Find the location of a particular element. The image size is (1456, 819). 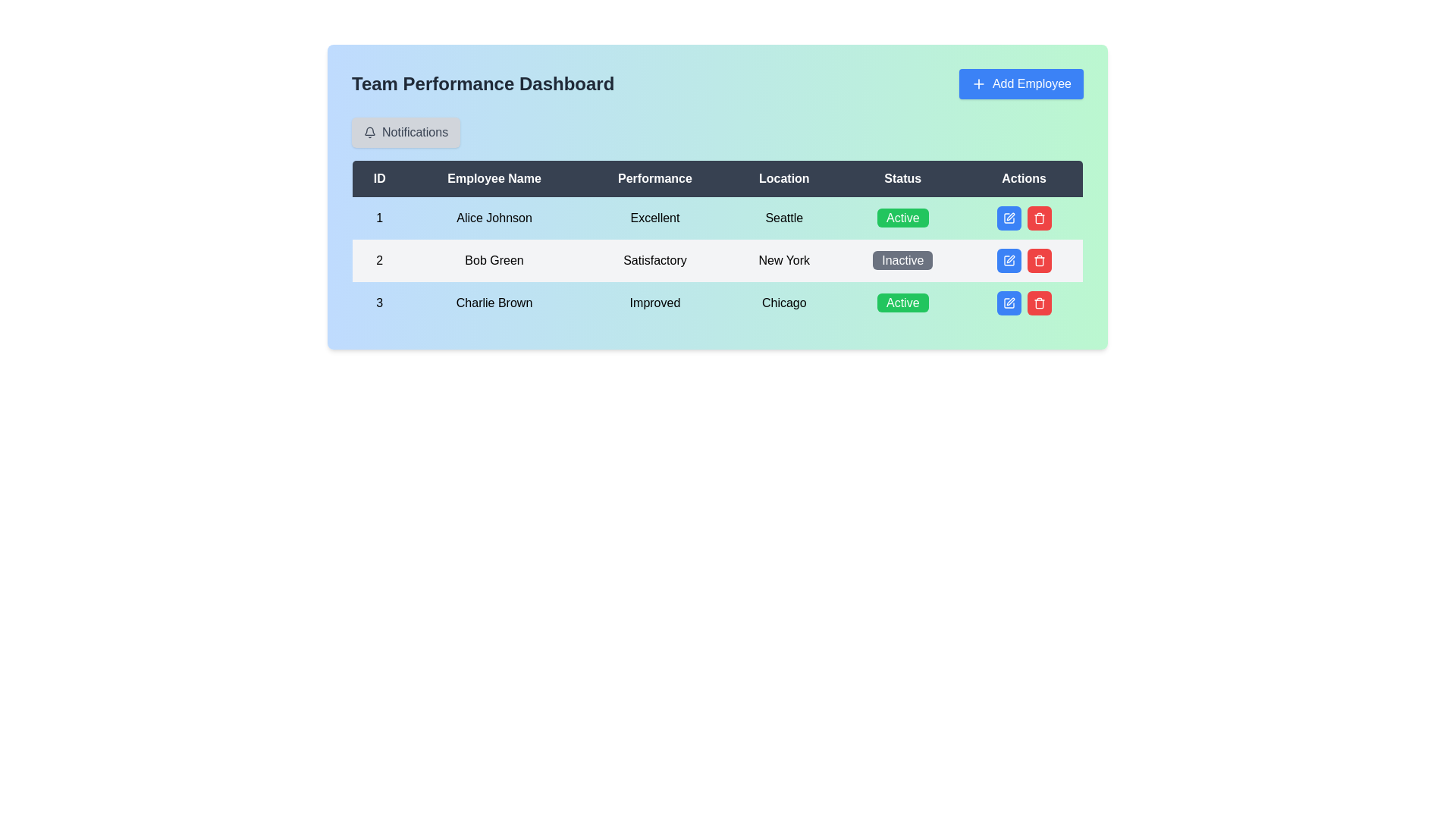

the leftmost geometric icon in the actions column of the second row, which resembles a square outline with a stroke-based design is located at coordinates (1009, 303).